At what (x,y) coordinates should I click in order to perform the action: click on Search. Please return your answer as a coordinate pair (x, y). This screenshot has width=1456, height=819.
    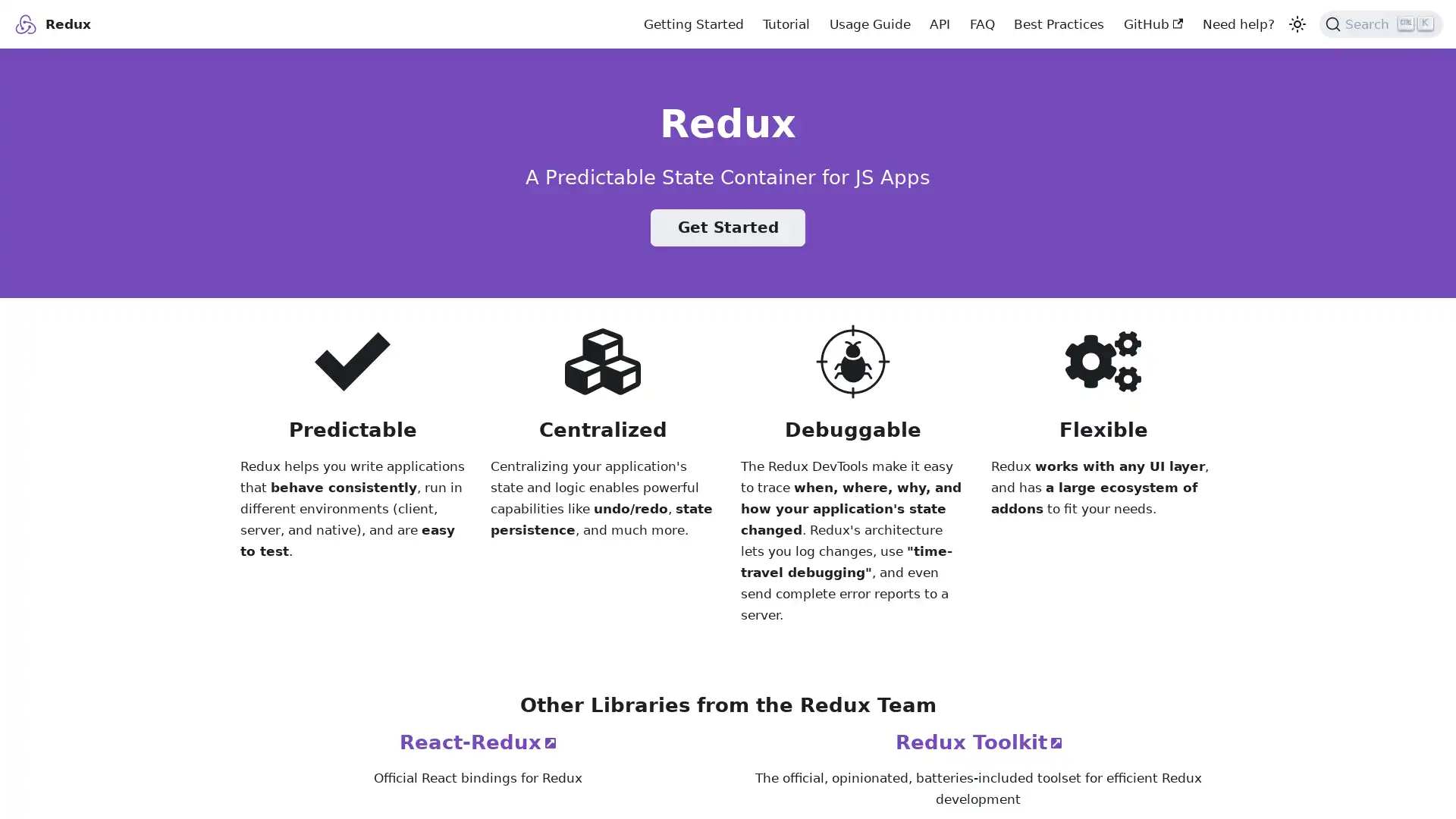
    Looking at the image, I should click on (1381, 23).